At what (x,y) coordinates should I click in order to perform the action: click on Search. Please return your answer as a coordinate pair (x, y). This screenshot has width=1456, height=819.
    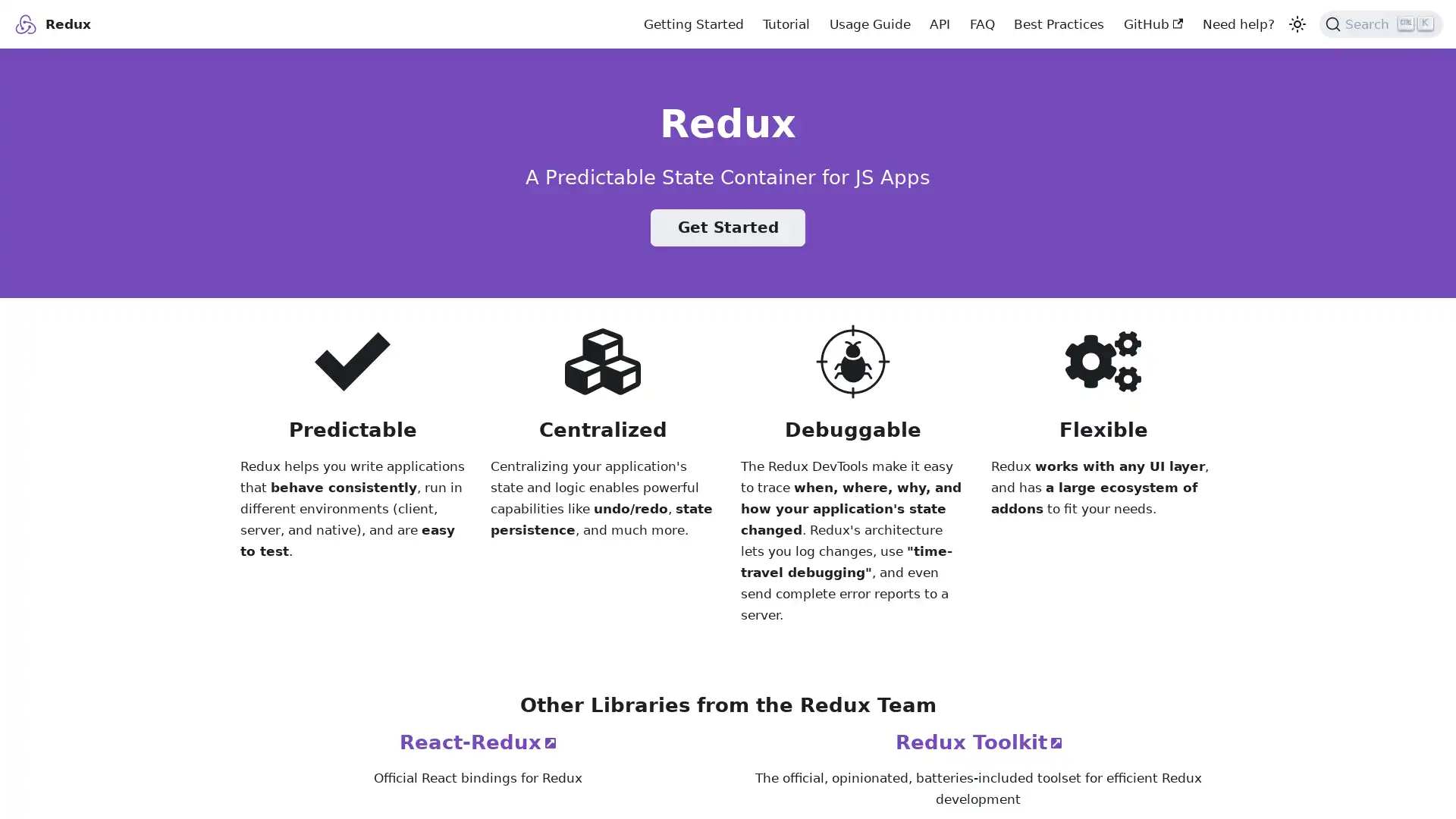
    Looking at the image, I should click on (1381, 23).